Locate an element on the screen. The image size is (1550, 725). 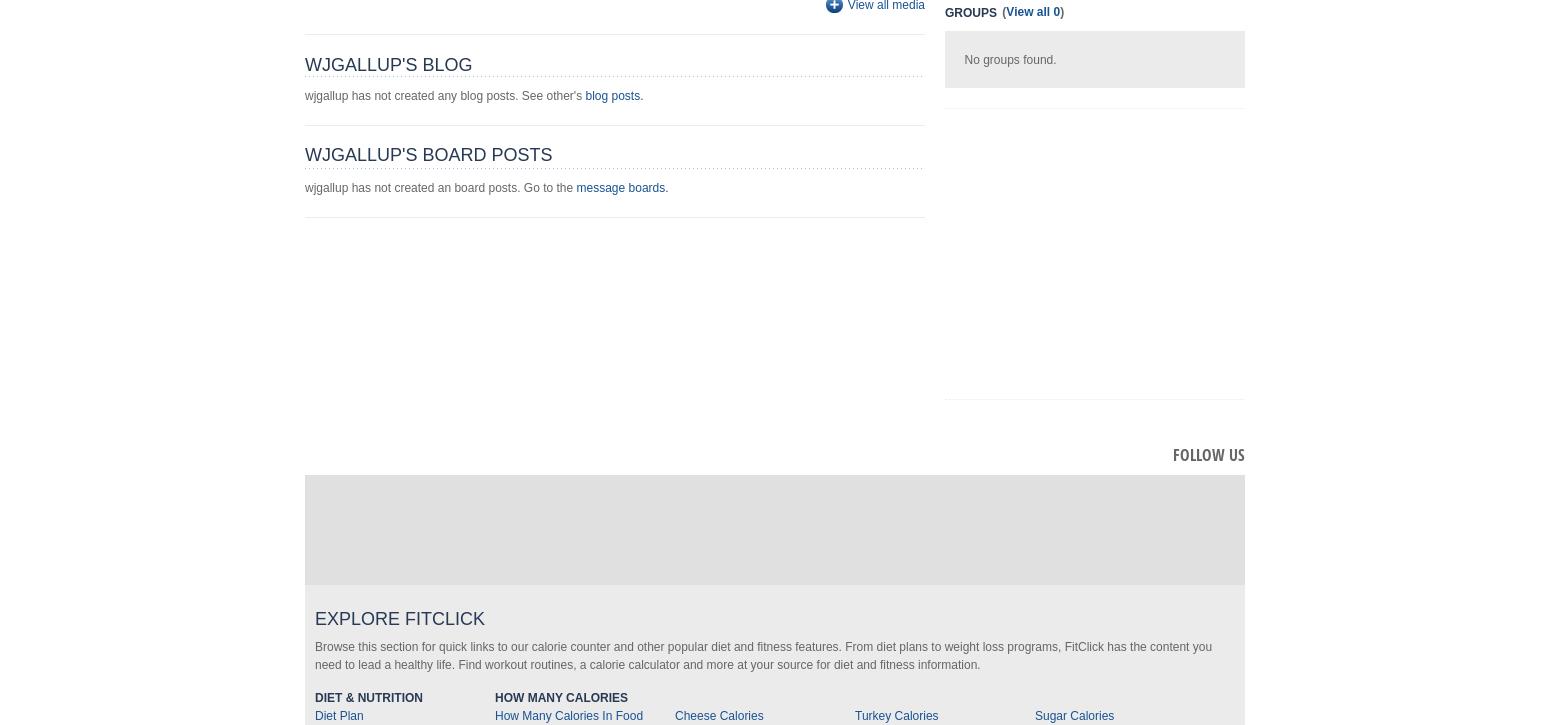
'Sugar Calories' is located at coordinates (1074, 715).